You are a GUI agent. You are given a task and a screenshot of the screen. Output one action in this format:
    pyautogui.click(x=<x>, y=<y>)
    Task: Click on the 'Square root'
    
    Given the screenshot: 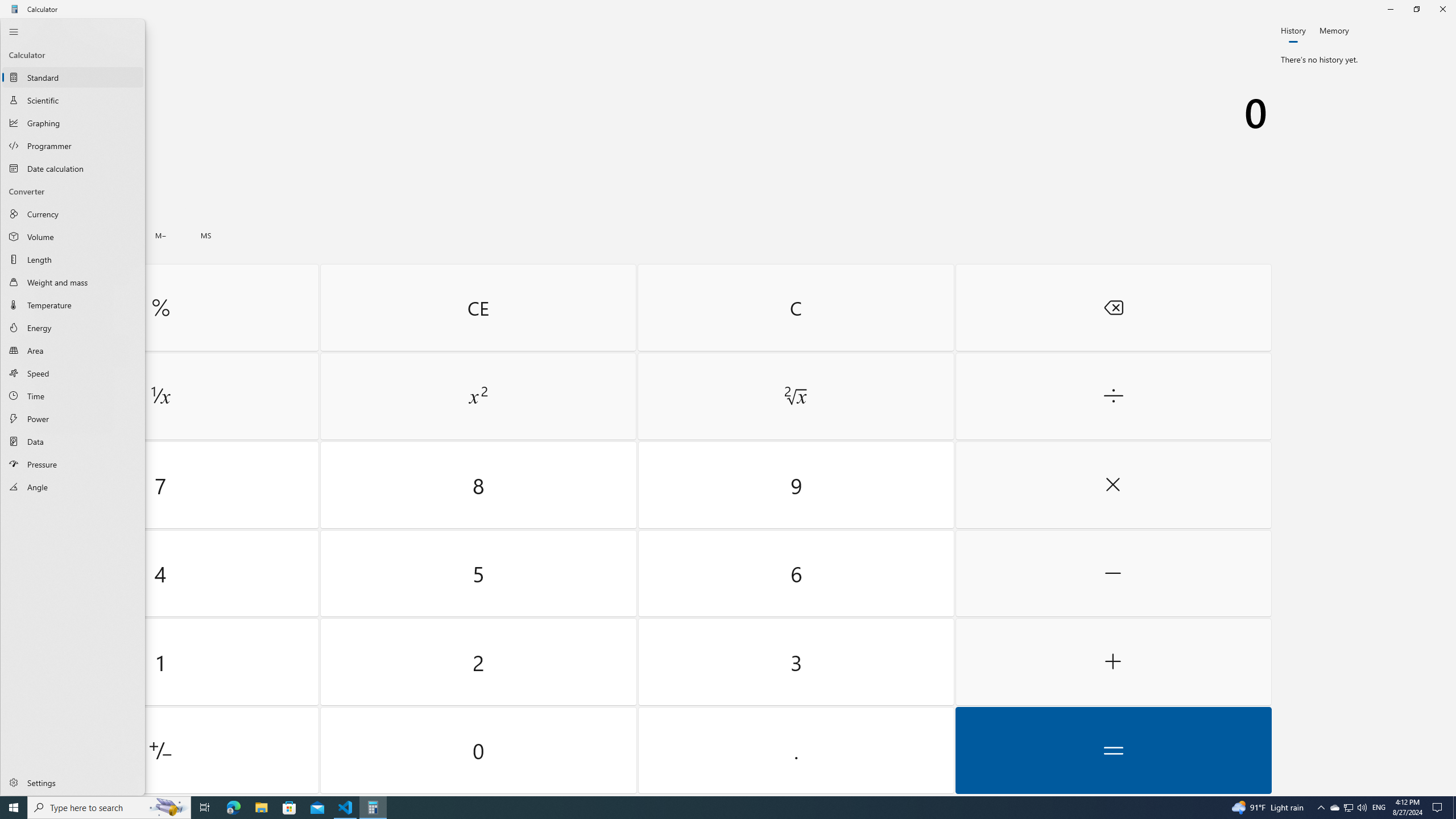 What is the action you would take?
    pyautogui.click(x=795, y=396)
    